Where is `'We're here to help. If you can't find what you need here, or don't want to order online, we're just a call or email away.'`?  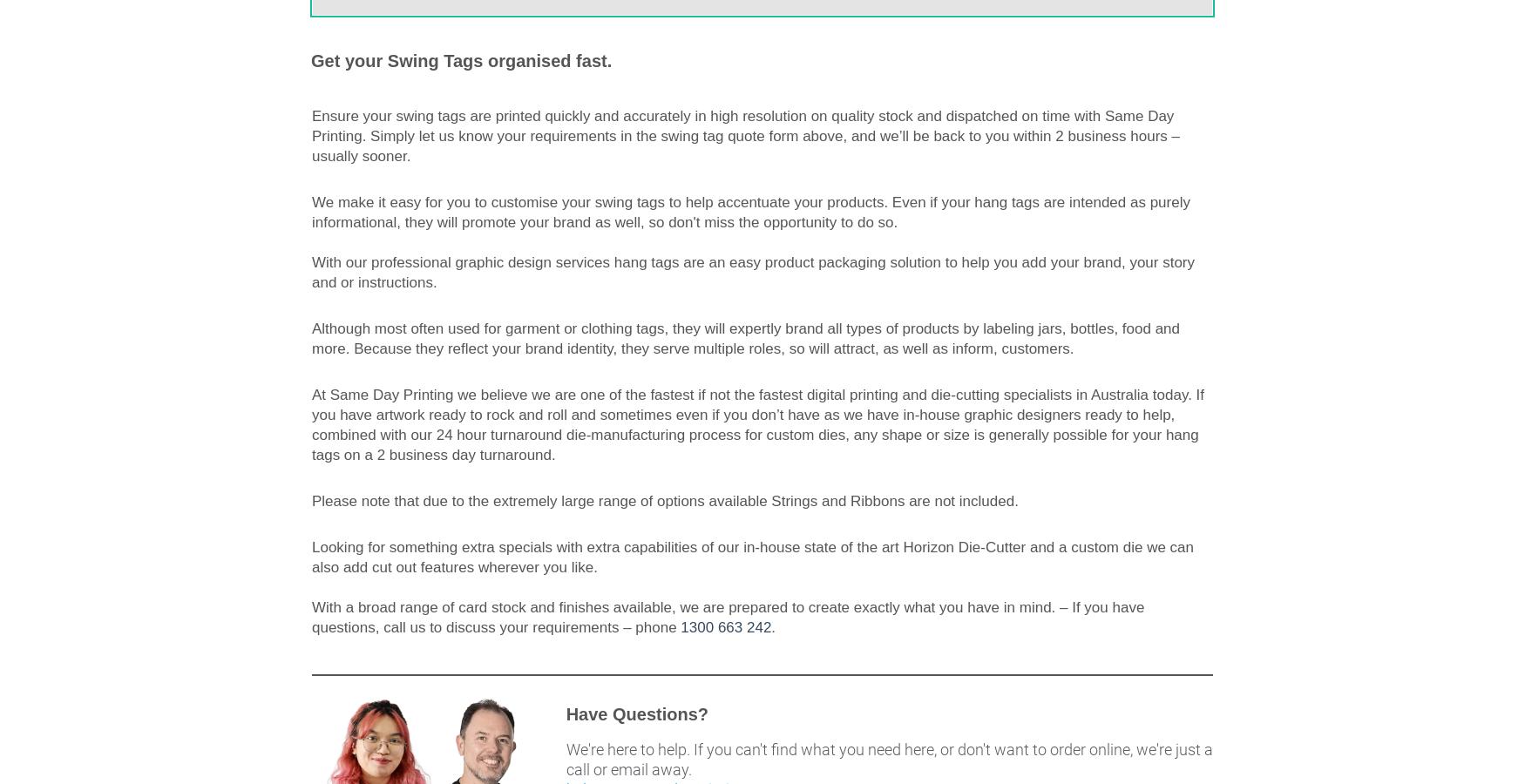
'We're here to help. If you can't find what you need here, or don't want to order online, we're just a call or email away.' is located at coordinates (888, 760).